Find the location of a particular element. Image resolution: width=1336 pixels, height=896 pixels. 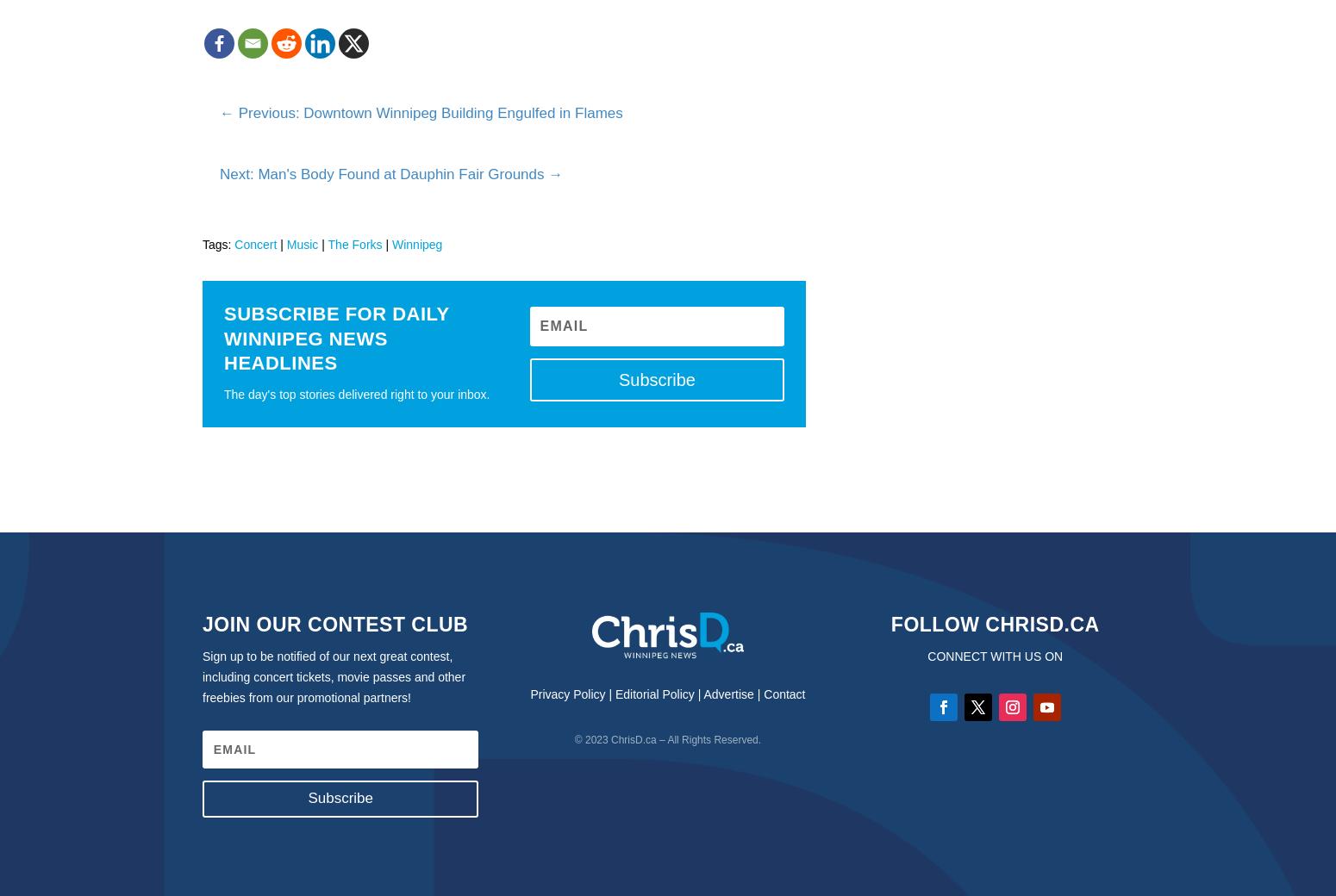

'Follow ChrisD.ca' is located at coordinates (993, 624).